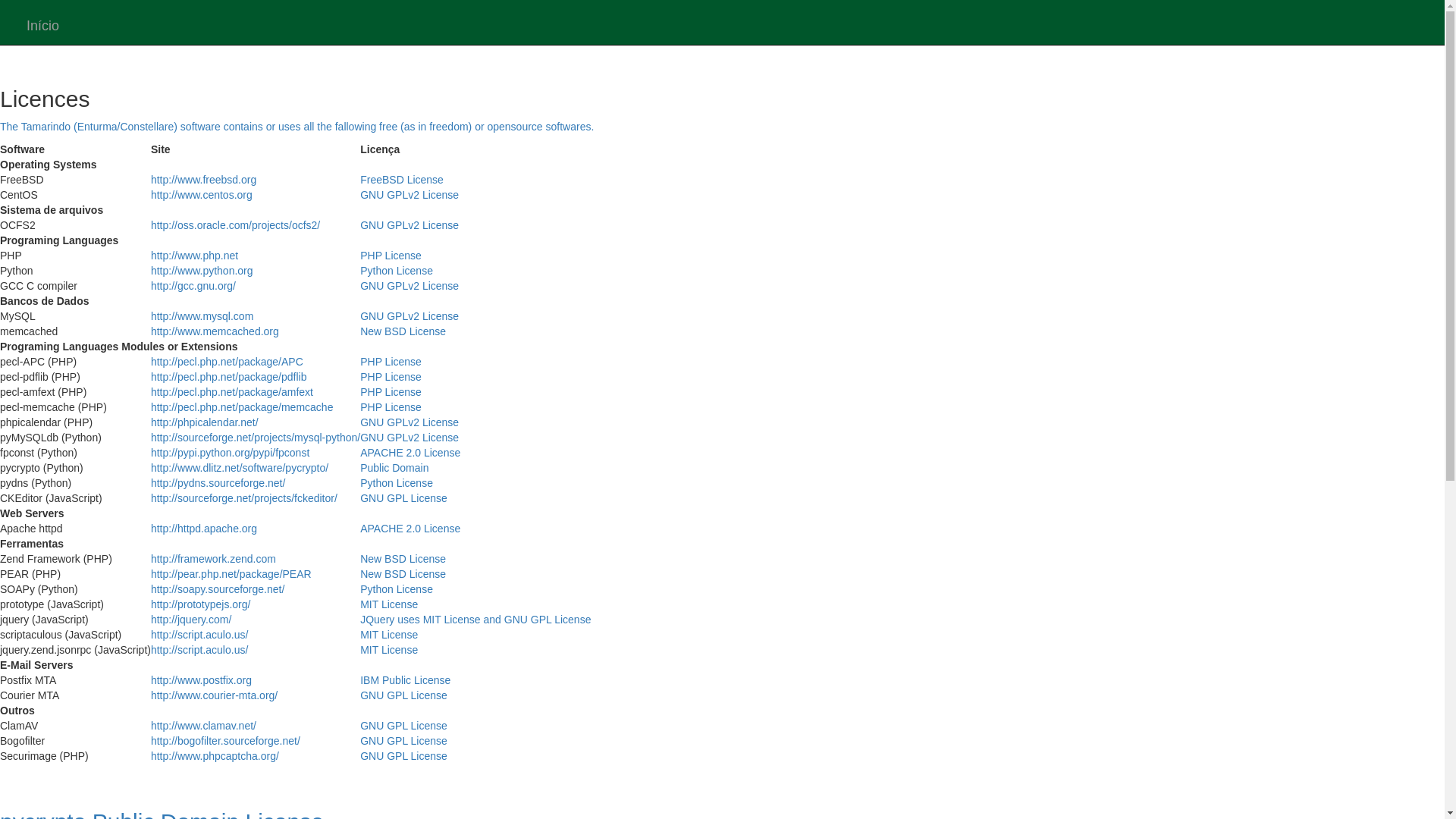 The width and height of the screenshot is (1456, 819). What do you see at coordinates (200, 679) in the screenshot?
I see `'http://www.postfix.org'` at bounding box center [200, 679].